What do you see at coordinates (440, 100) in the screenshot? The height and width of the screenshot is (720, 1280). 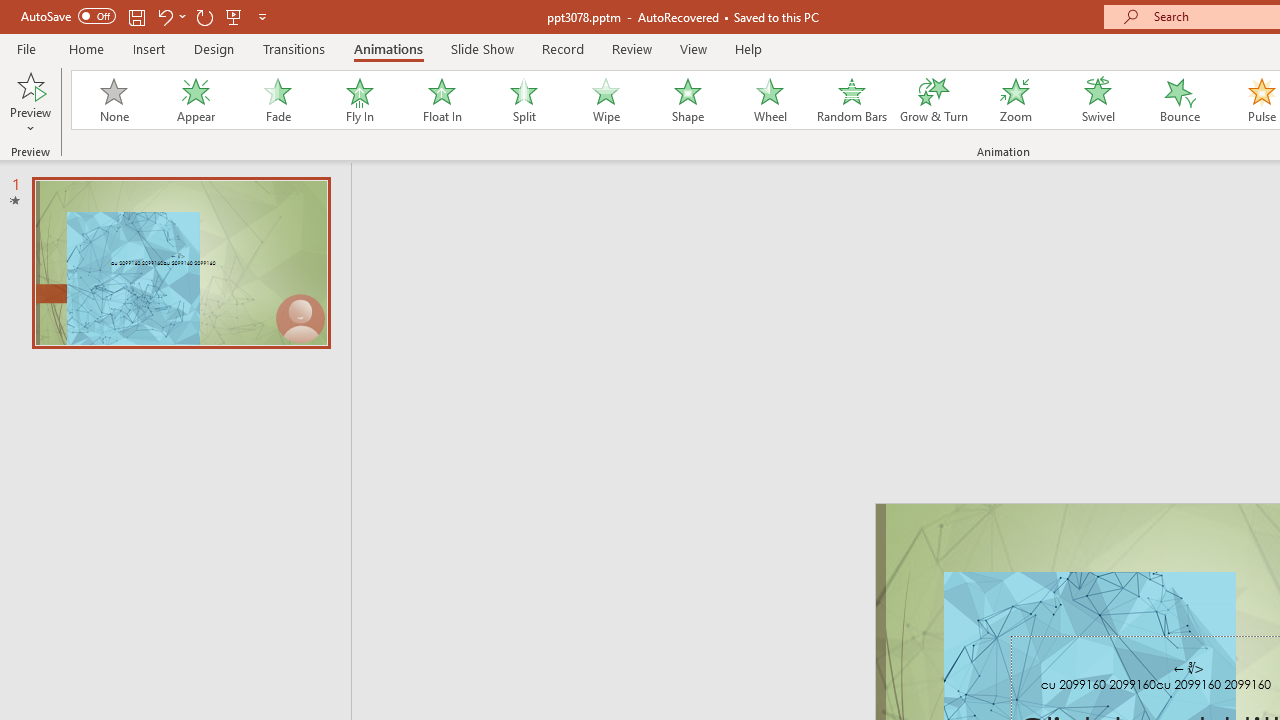 I see `'Float In'` at bounding box center [440, 100].